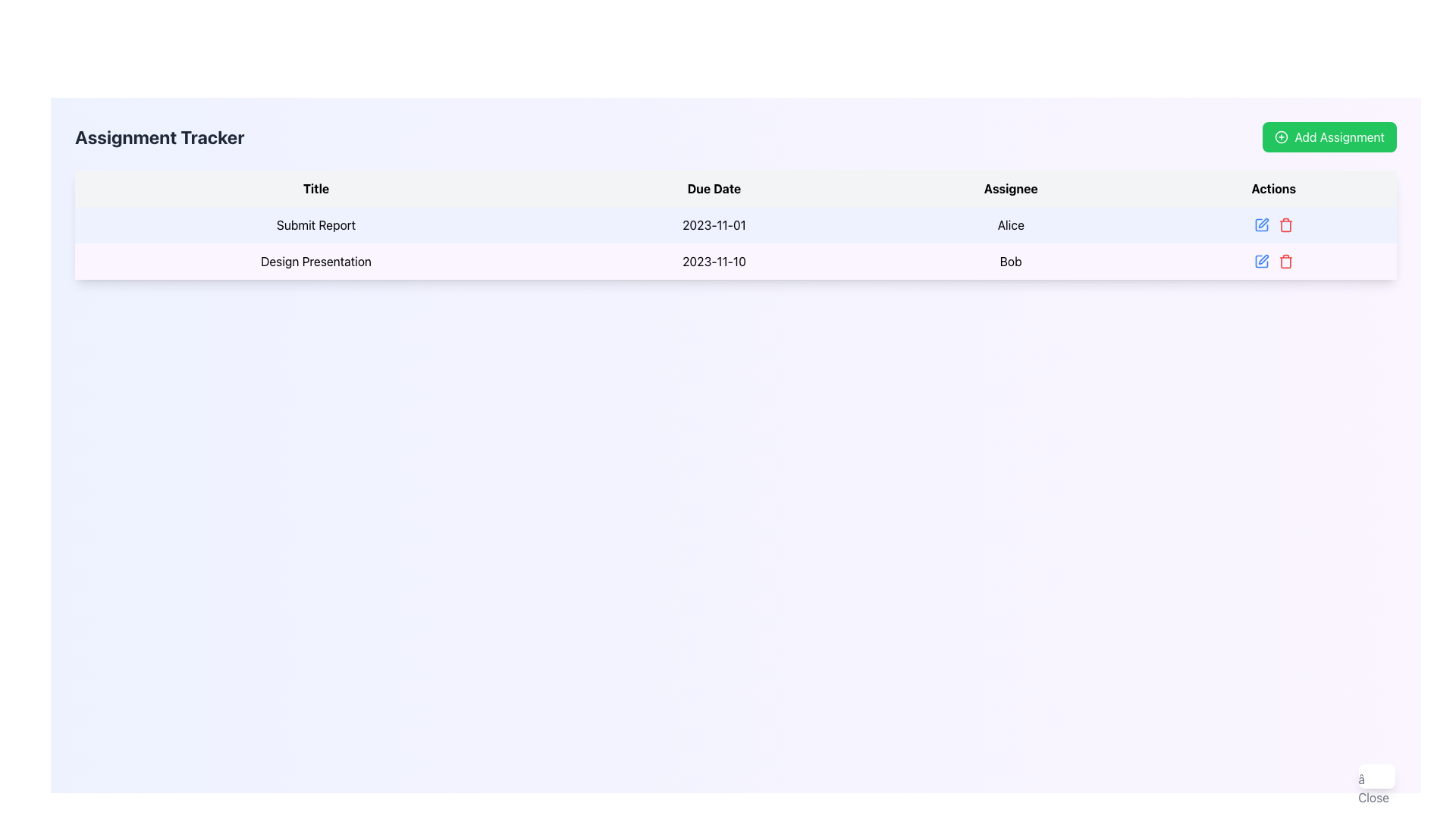 The width and height of the screenshot is (1456, 819). I want to click on the text label representing the title of the task or report in the first column of the 'Submit Report' row, so click(315, 225).